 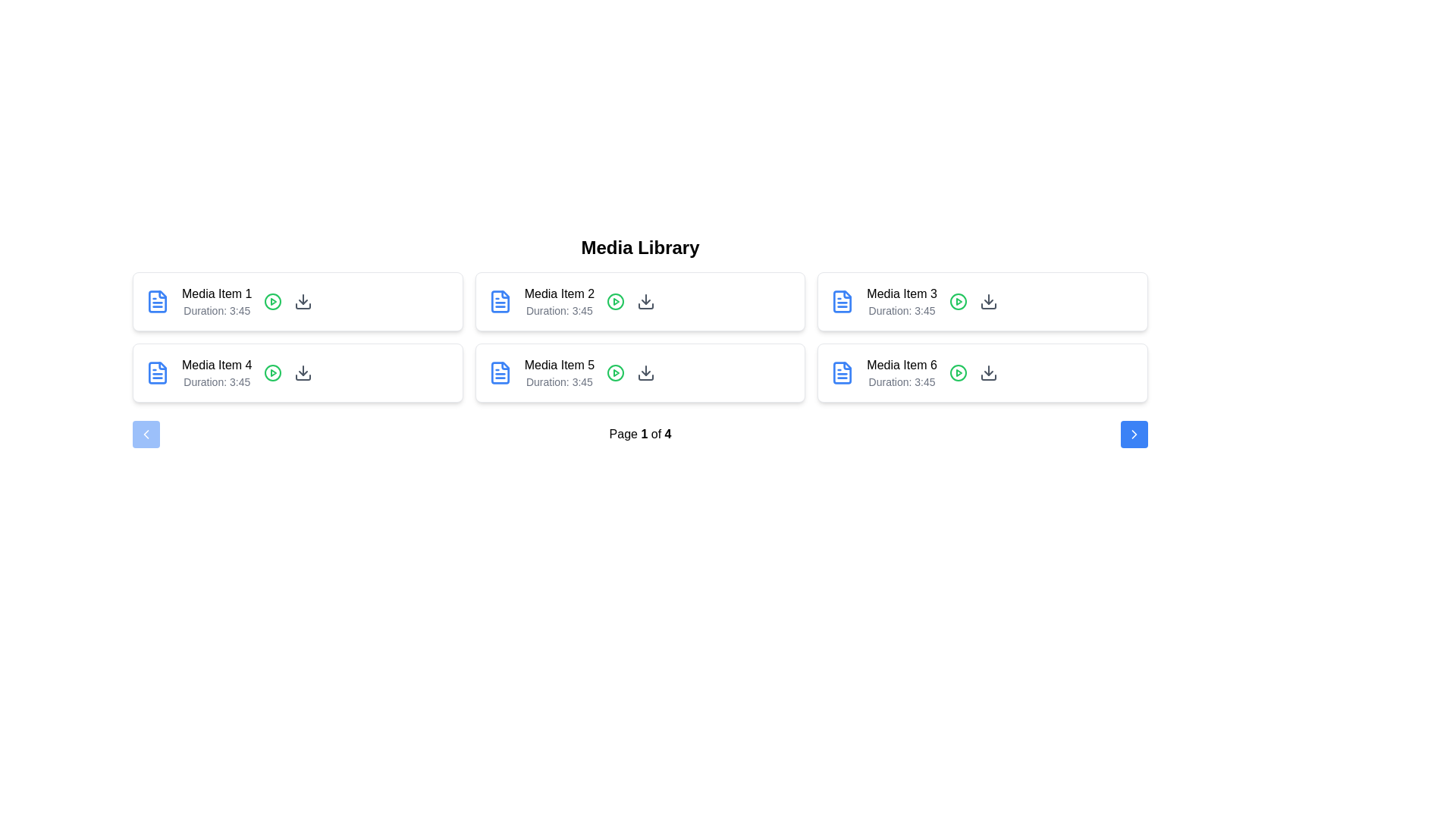 I want to click on text element that displays the total number of pages in the paginated navigation system, specifically the text 'Page 1 of 4' located to the right of the digit '1' in the footer area, so click(x=667, y=434).